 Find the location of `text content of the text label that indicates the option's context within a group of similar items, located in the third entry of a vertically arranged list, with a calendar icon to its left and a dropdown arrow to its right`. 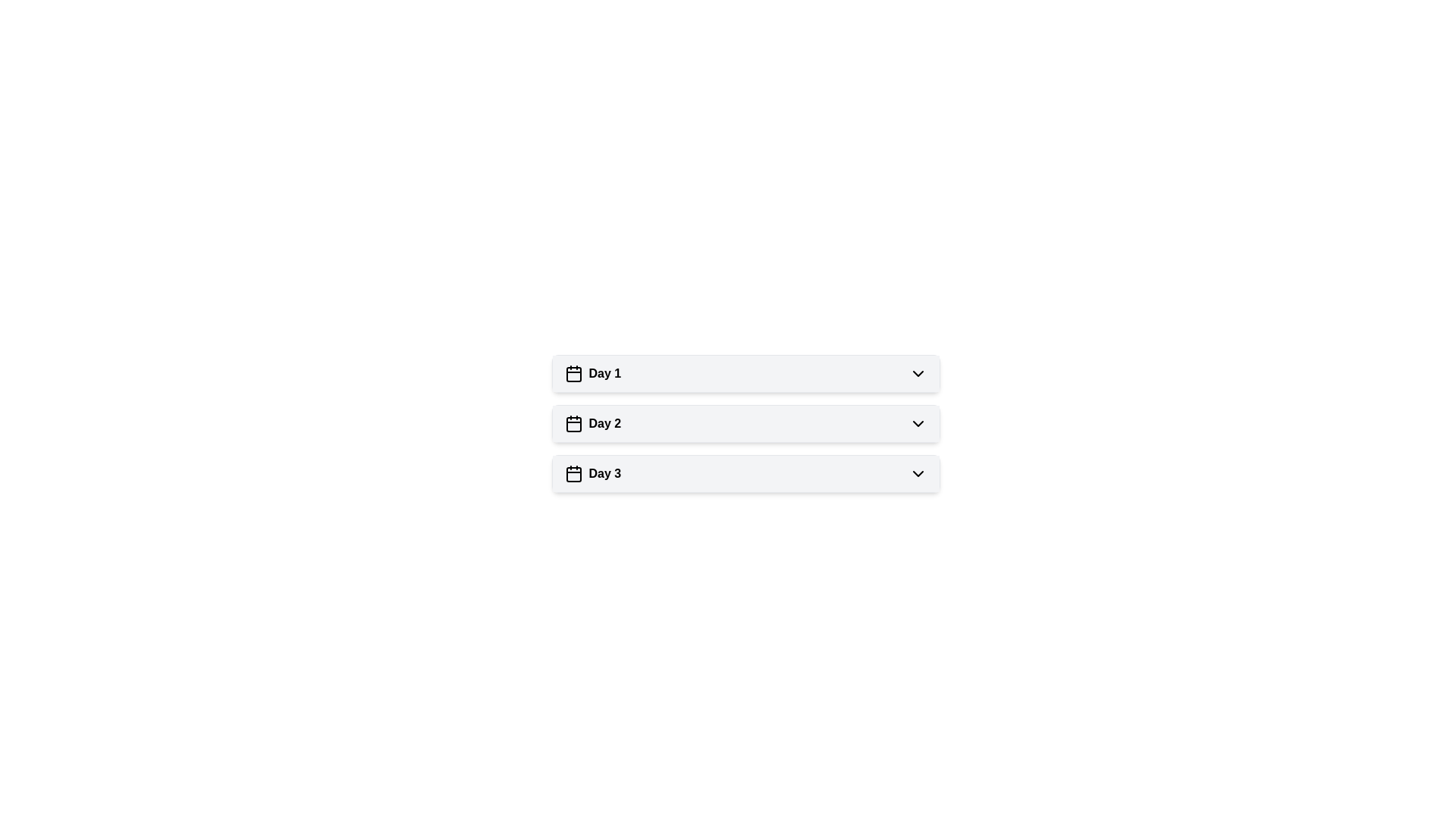

text content of the text label that indicates the option's context within a group of similar items, located in the third entry of a vertically arranged list, with a calendar icon to its left and a dropdown arrow to its right is located at coordinates (604, 472).